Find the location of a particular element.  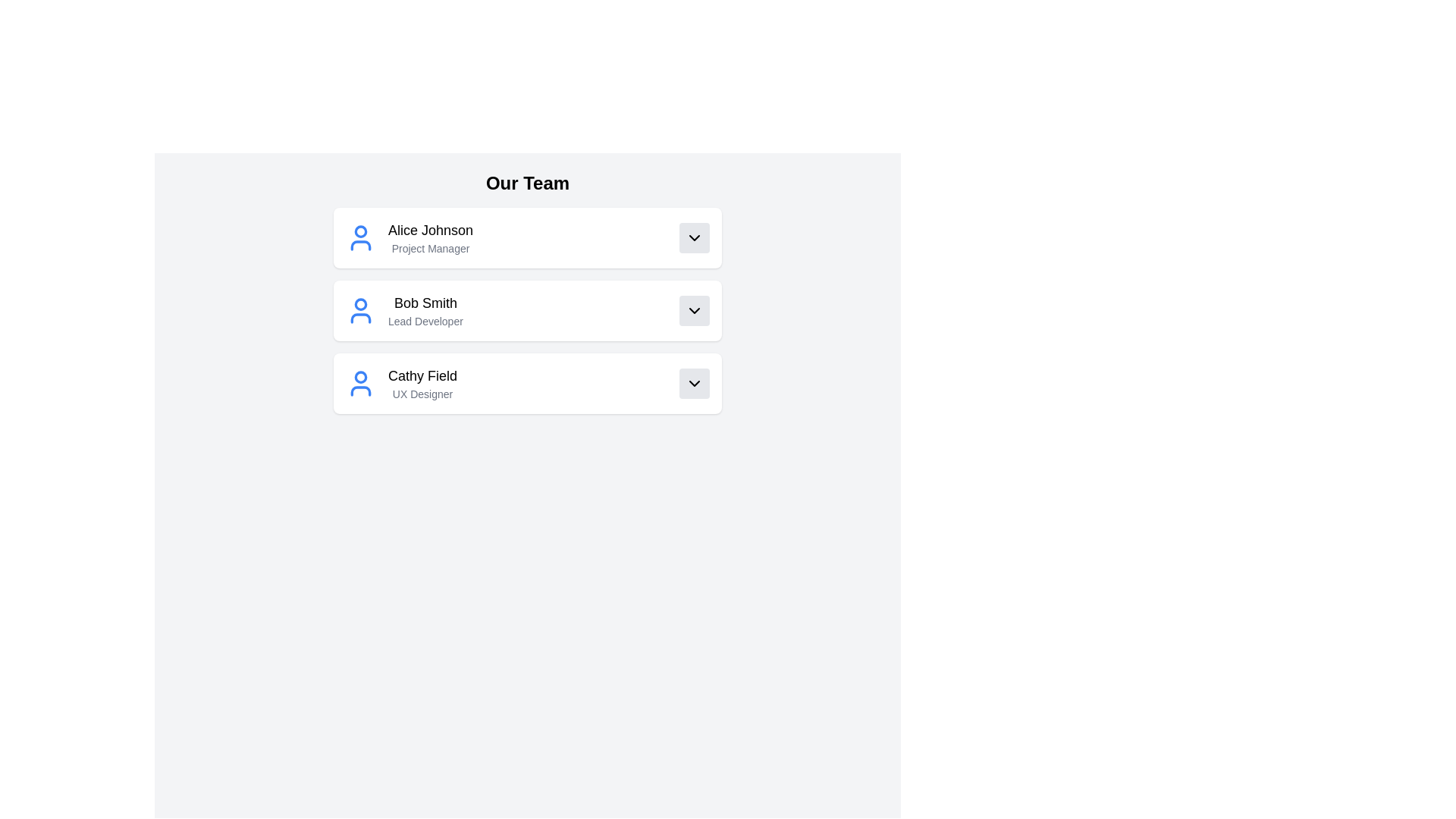

the dropdown button for team member 'Bob Smith', the 'Lead Developer', which is represented by a downward-facing chevron icon with a light gray background and rounded corners is located at coordinates (694, 309).